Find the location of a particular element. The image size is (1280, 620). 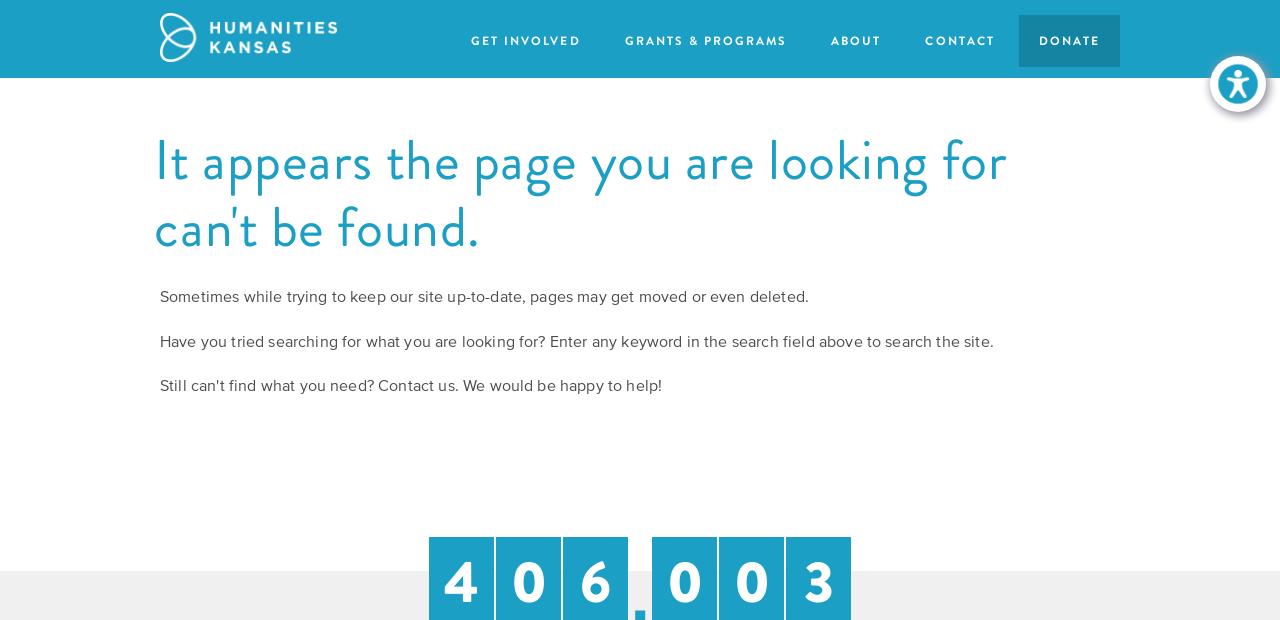

'Contact' is located at coordinates (958, 39).